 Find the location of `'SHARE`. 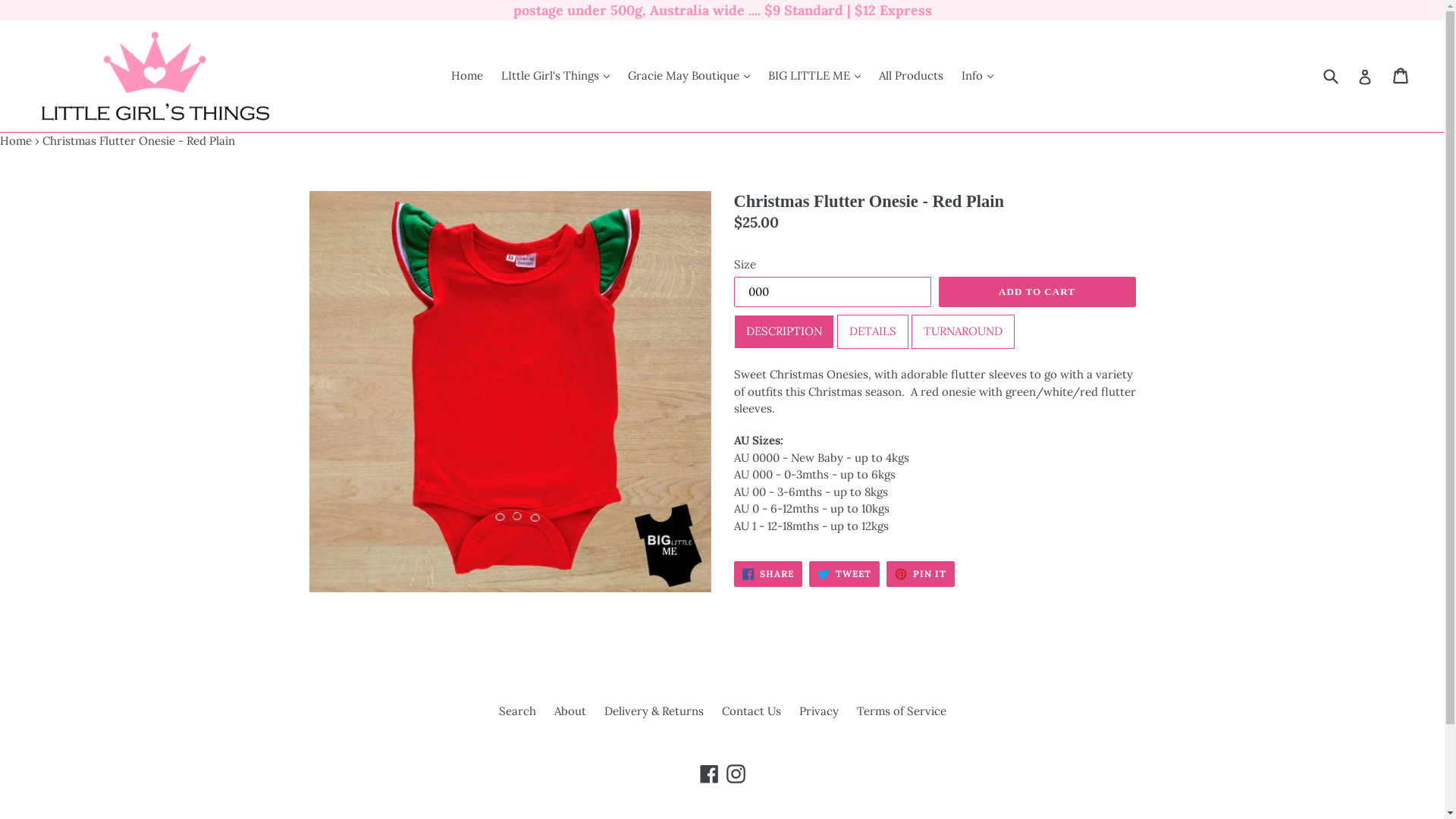

'SHARE is located at coordinates (768, 573).